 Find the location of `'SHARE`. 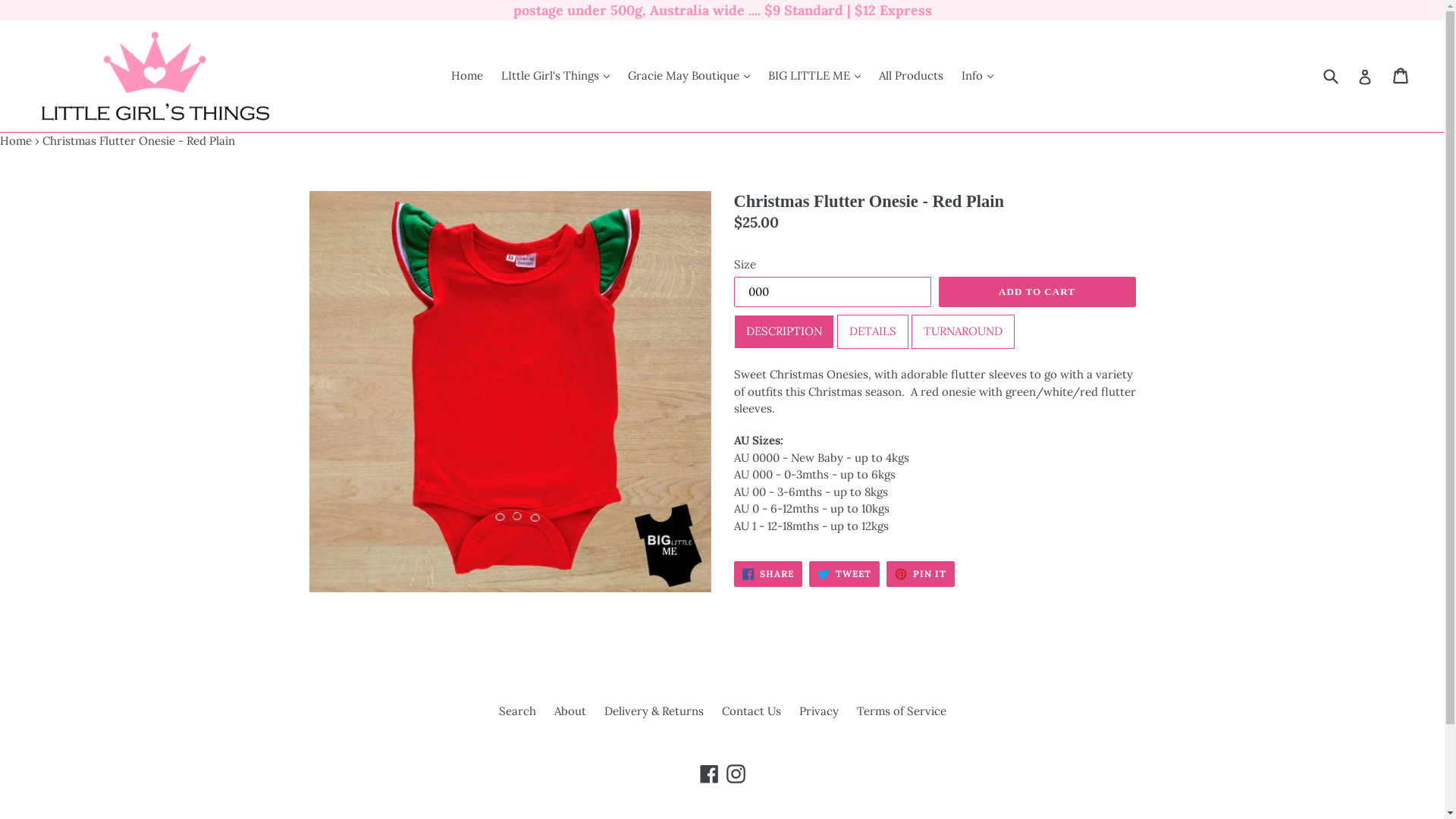

'SHARE is located at coordinates (768, 573).